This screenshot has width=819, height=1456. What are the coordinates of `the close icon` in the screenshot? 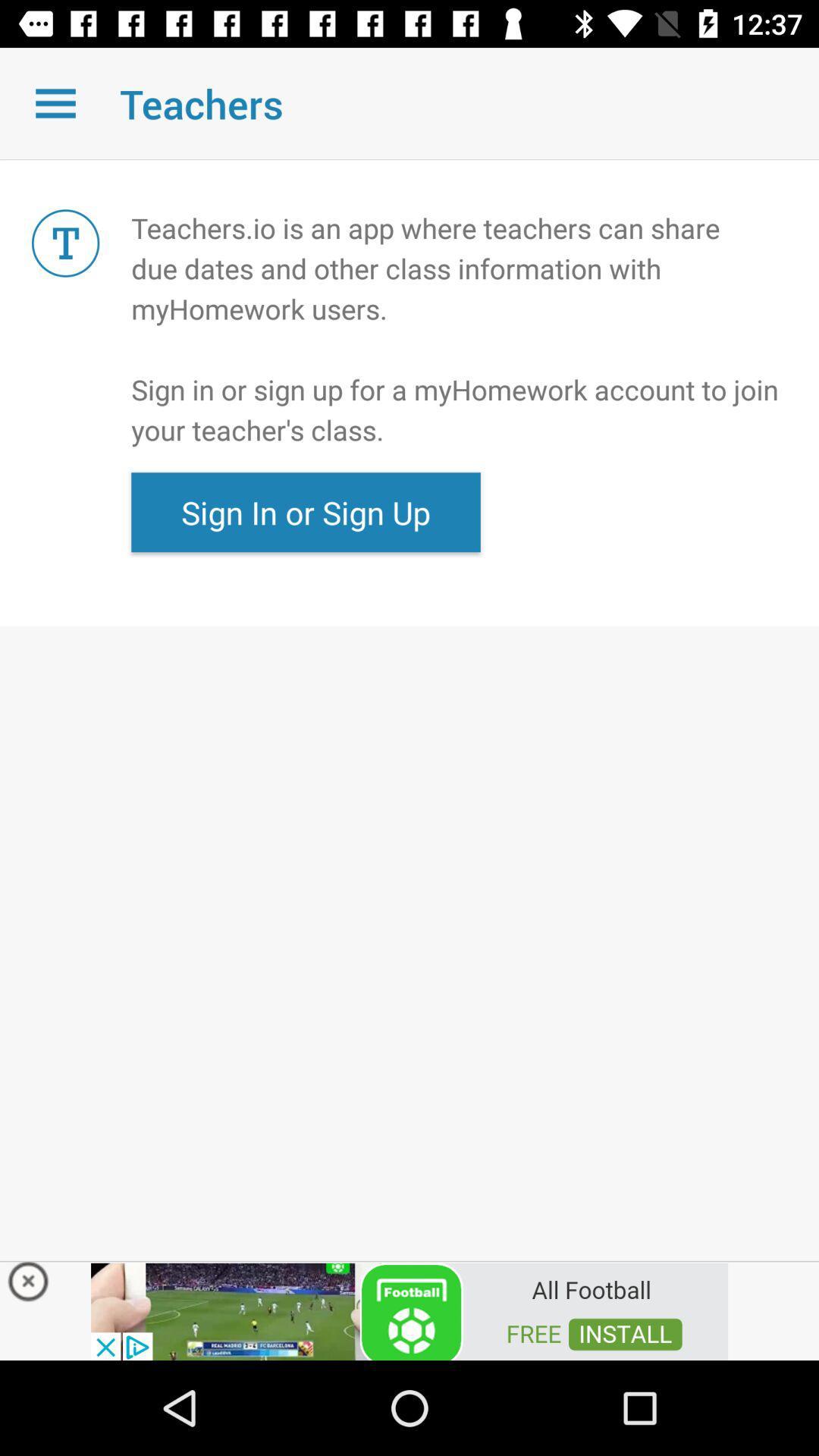 It's located at (28, 1285).